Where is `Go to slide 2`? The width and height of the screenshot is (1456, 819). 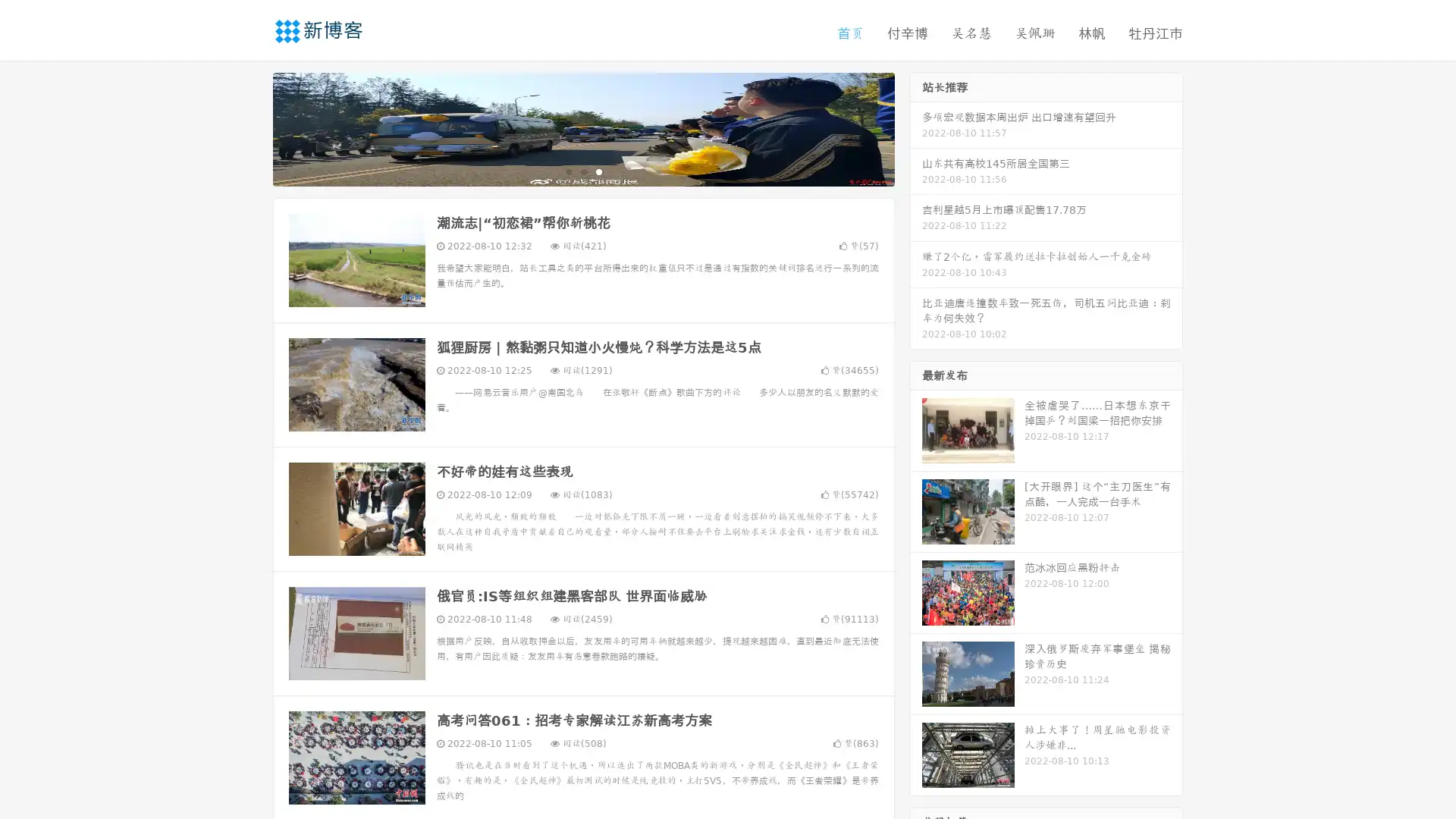
Go to slide 2 is located at coordinates (582, 171).